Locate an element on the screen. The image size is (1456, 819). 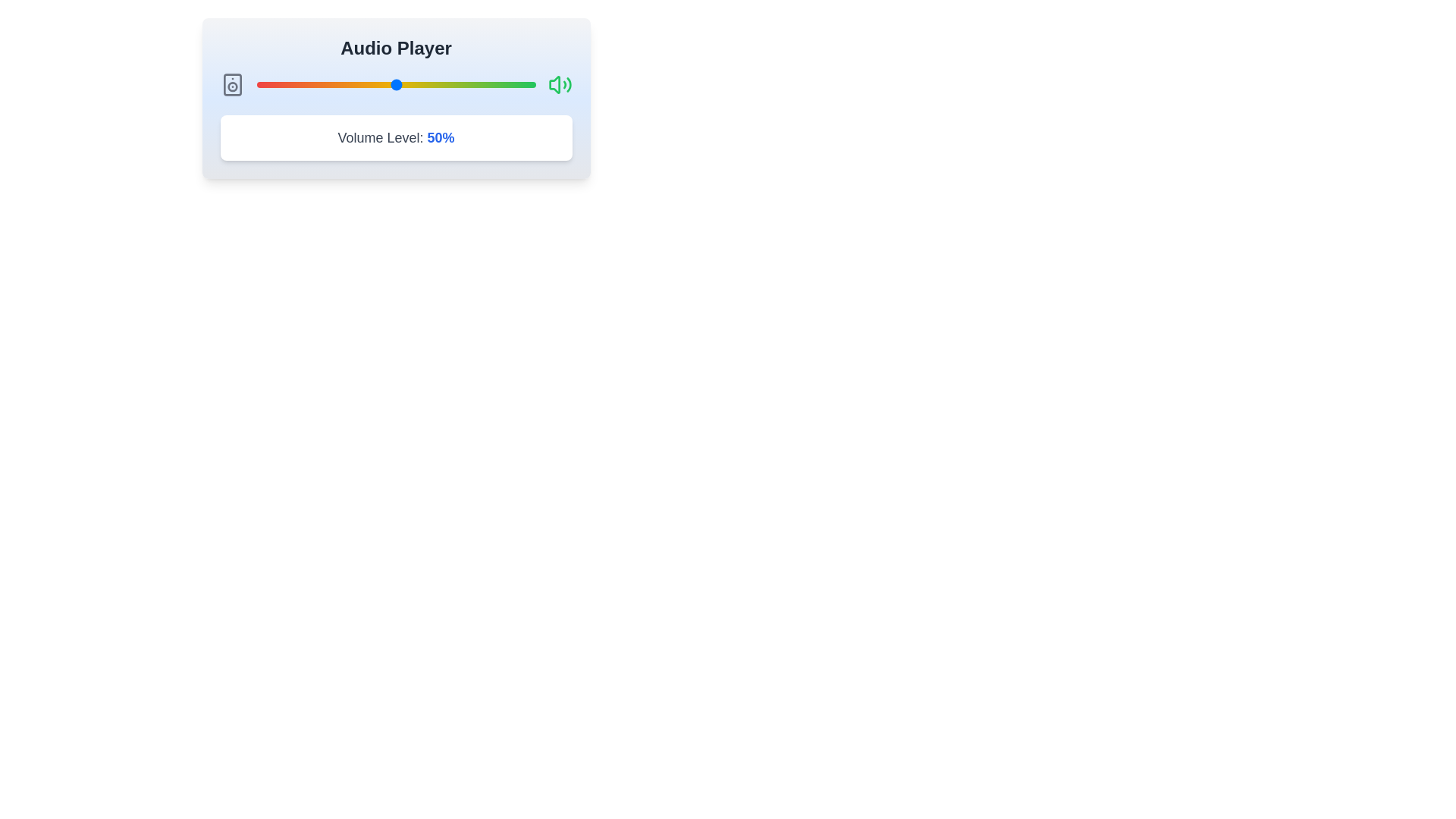
the volume slider to 88% by dragging the slider is located at coordinates (502, 84).